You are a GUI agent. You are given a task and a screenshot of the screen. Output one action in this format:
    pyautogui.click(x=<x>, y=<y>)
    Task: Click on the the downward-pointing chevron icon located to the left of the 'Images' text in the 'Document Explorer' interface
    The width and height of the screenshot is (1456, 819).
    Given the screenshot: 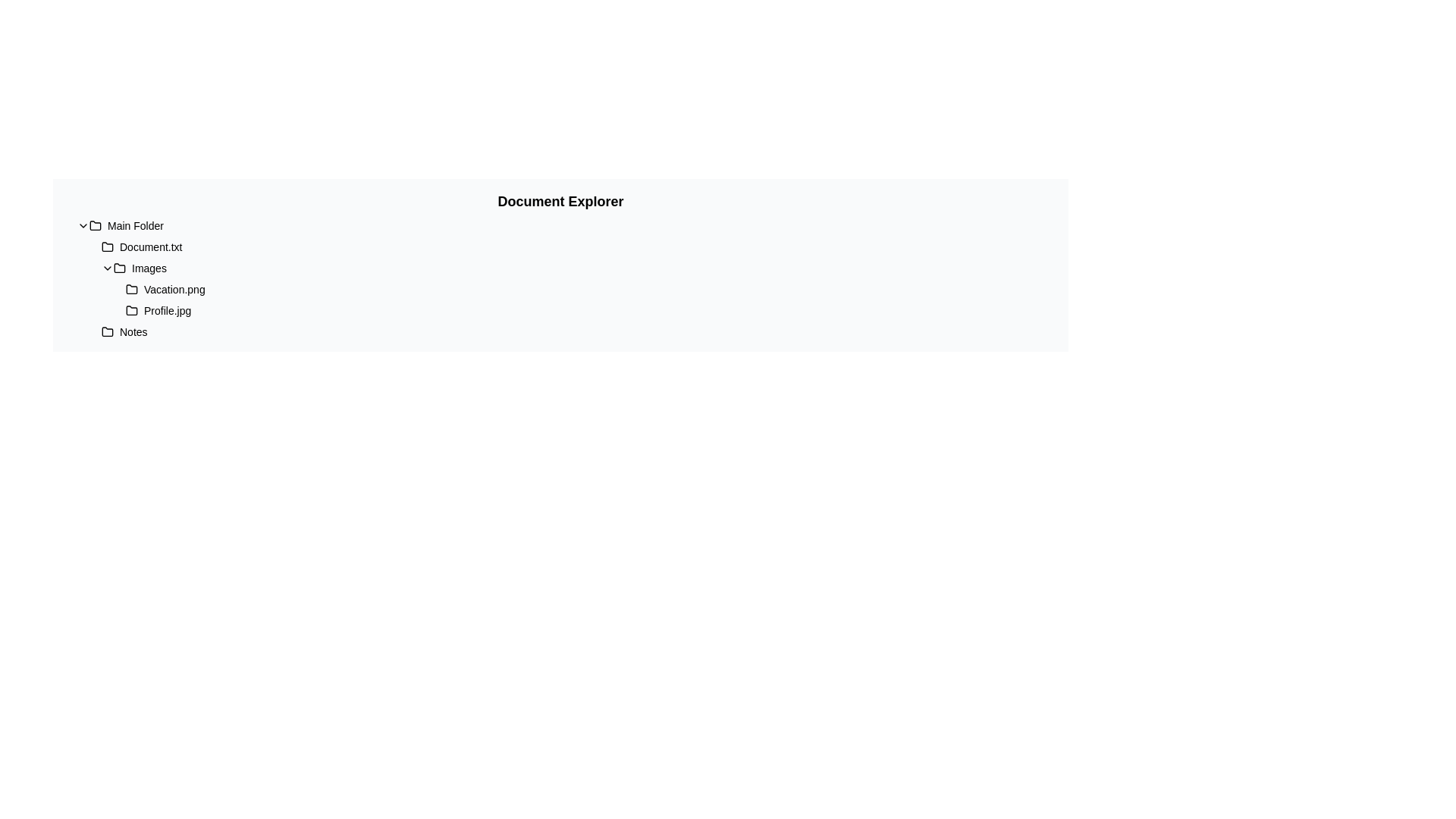 What is the action you would take?
    pyautogui.click(x=107, y=268)
    